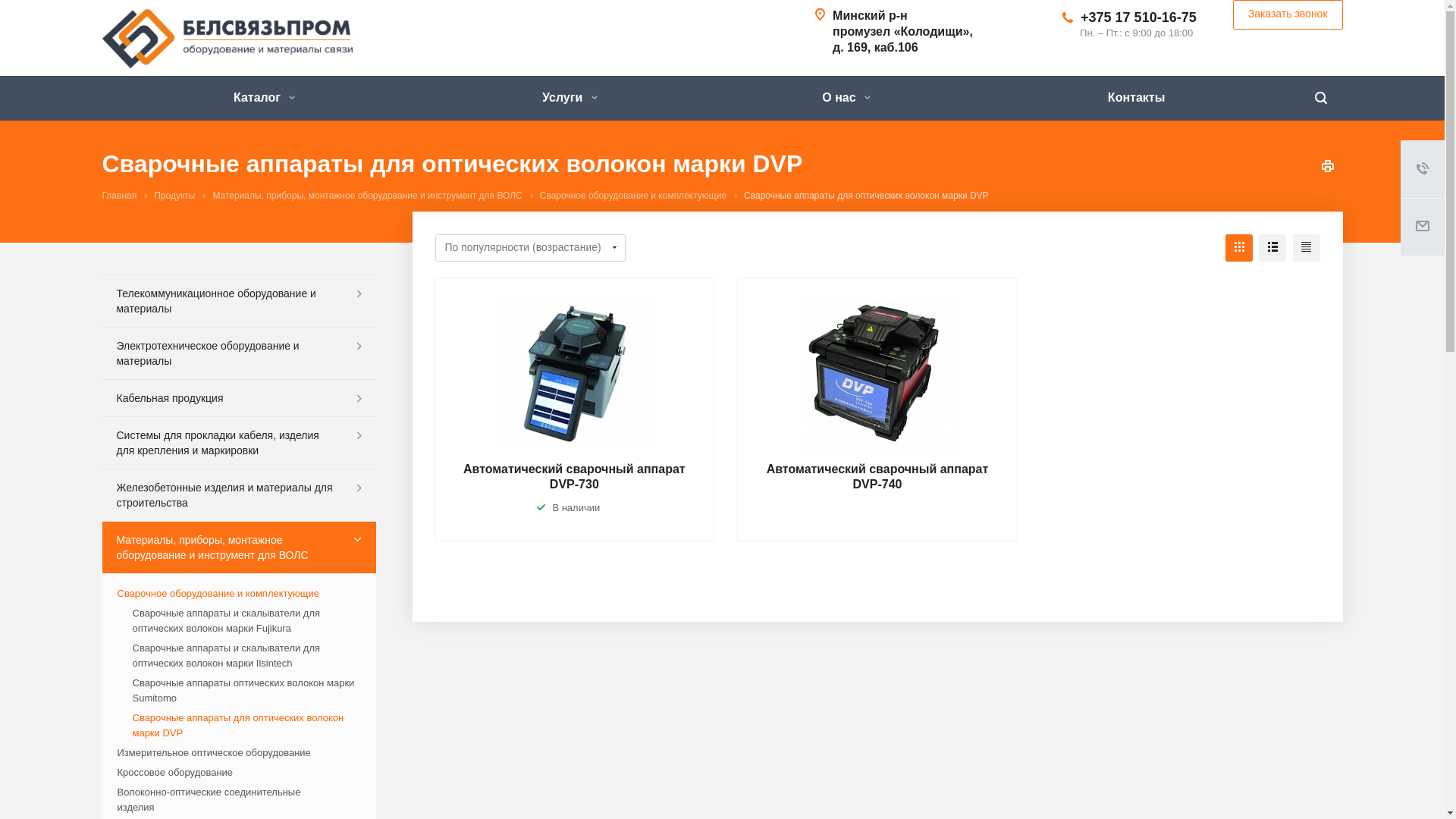 The image size is (1456, 819). What do you see at coordinates (1138, 17) in the screenshot?
I see `'+375 17 510-16-75'` at bounding box center [1138, 17].